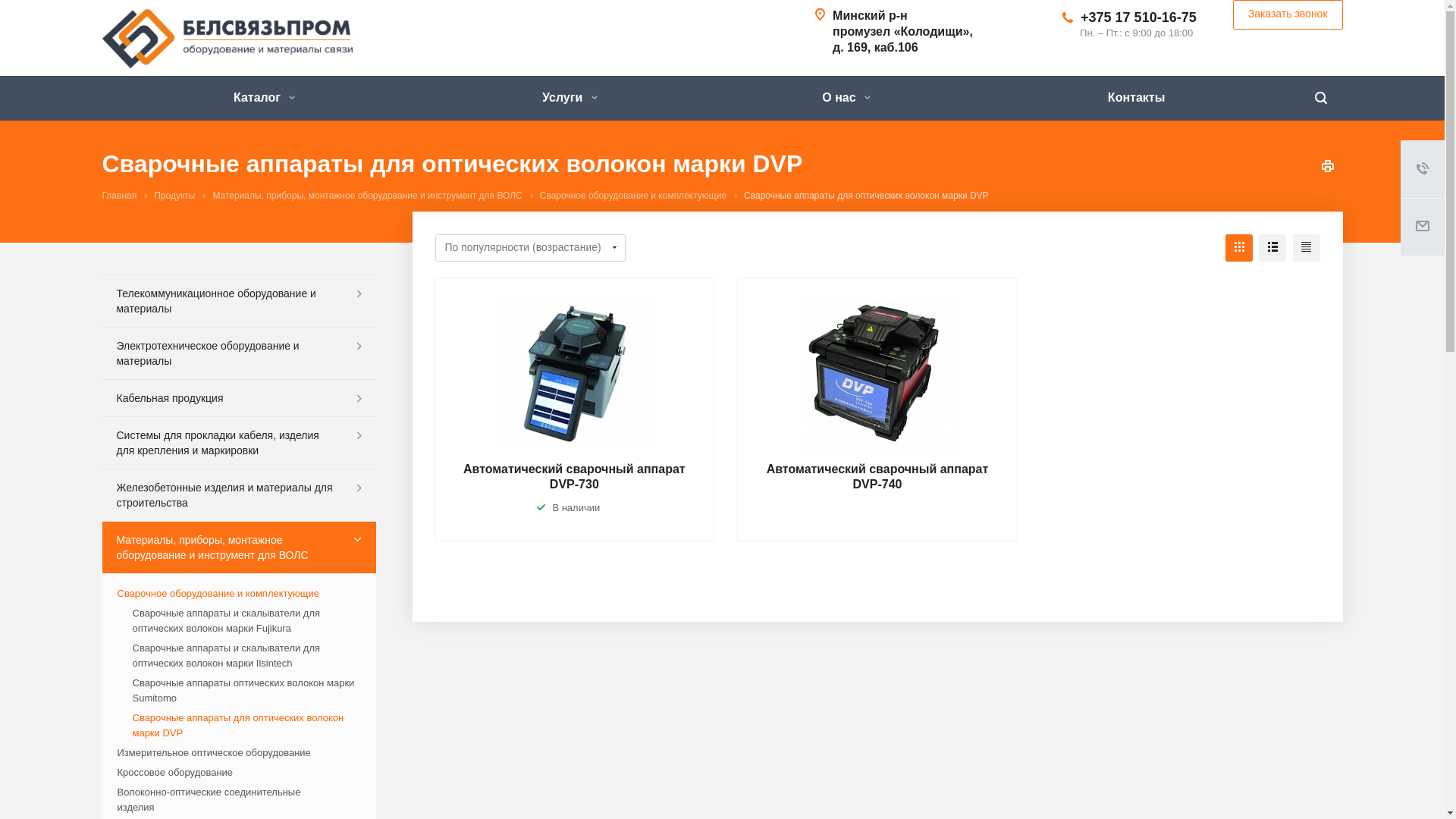 The image size is (1456, 819). What do you see at coordinates (1138, 17) in the screenshot?
I see `'+375 17 510-16-75'` at bounding box center [1138, 17].